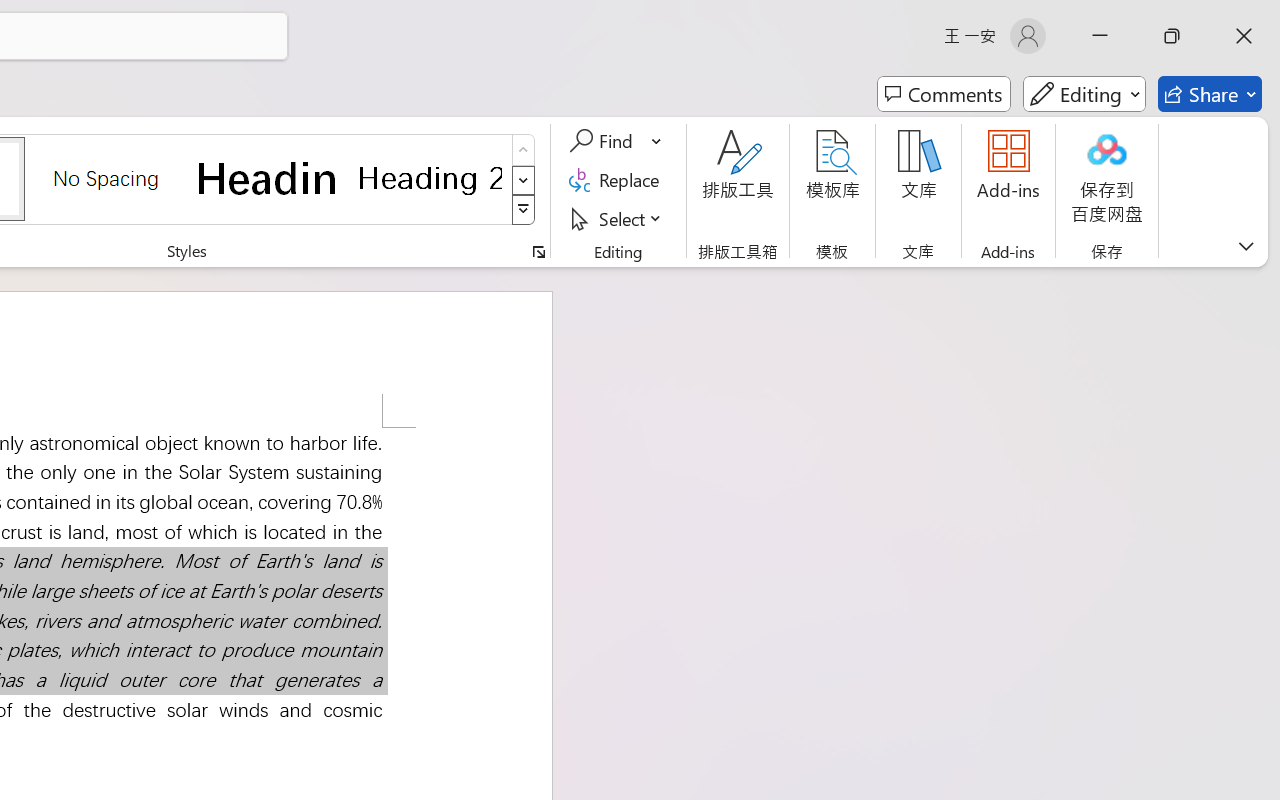 Image resolution: width=1280 pixels, height=800 pixels. Describe the element at coordinates (523, 210) in the screenshot. I see `'Styles'` at that location.